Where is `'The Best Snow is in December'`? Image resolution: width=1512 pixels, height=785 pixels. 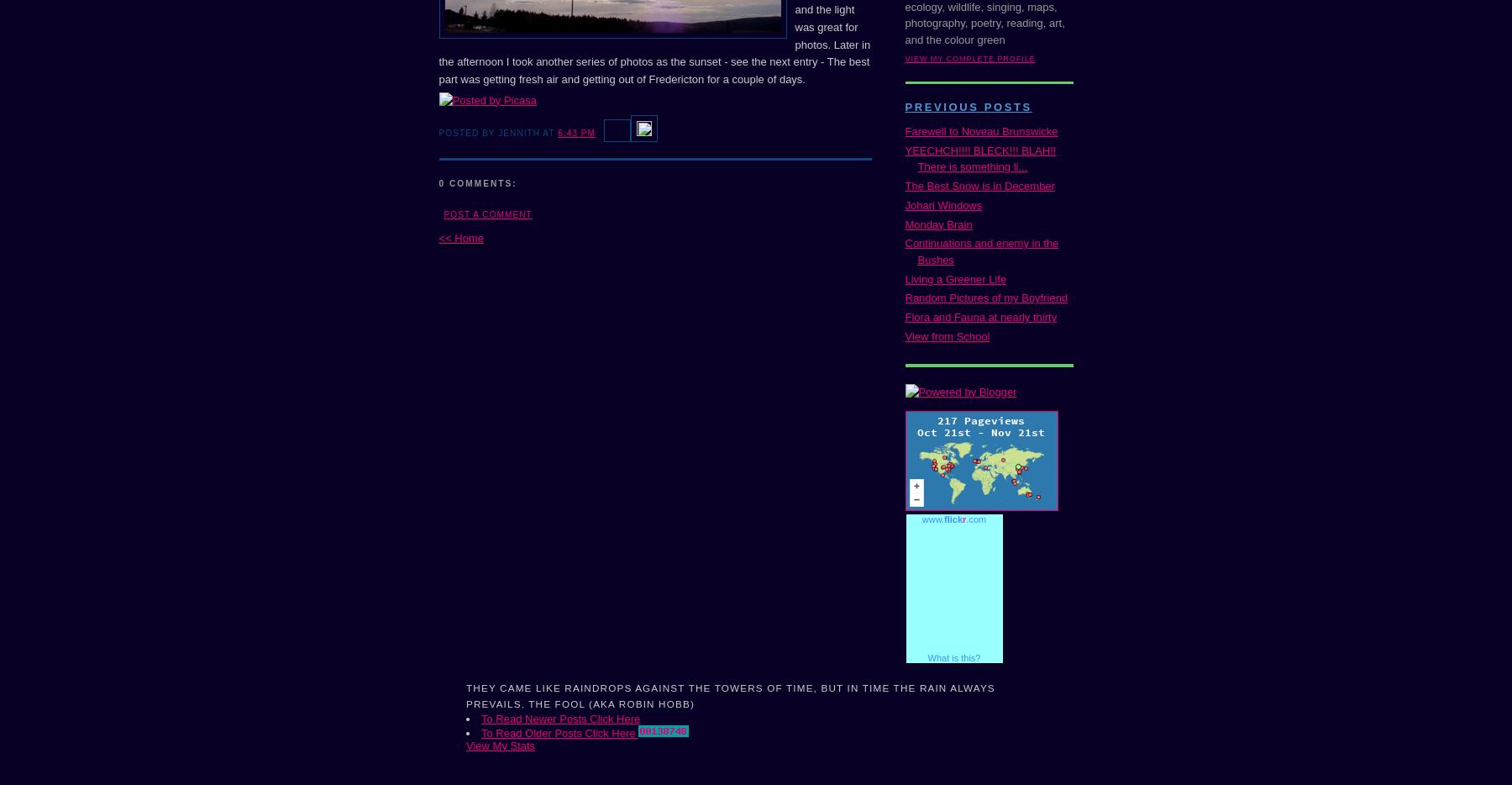
'The Best Snow is in December' is located at coordinates (979, 185).